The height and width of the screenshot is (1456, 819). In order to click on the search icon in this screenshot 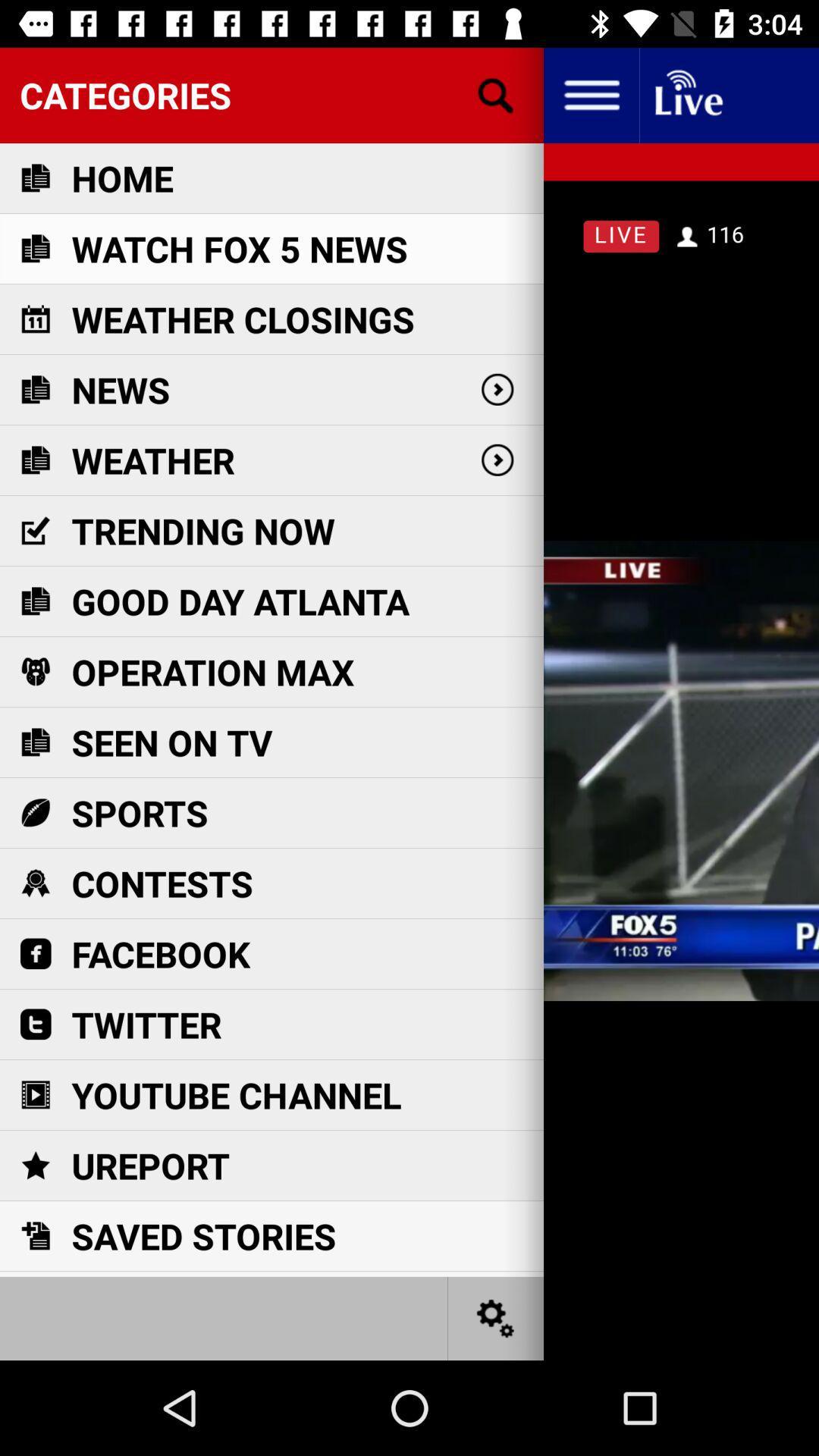, I will do `click(496, 94)`.